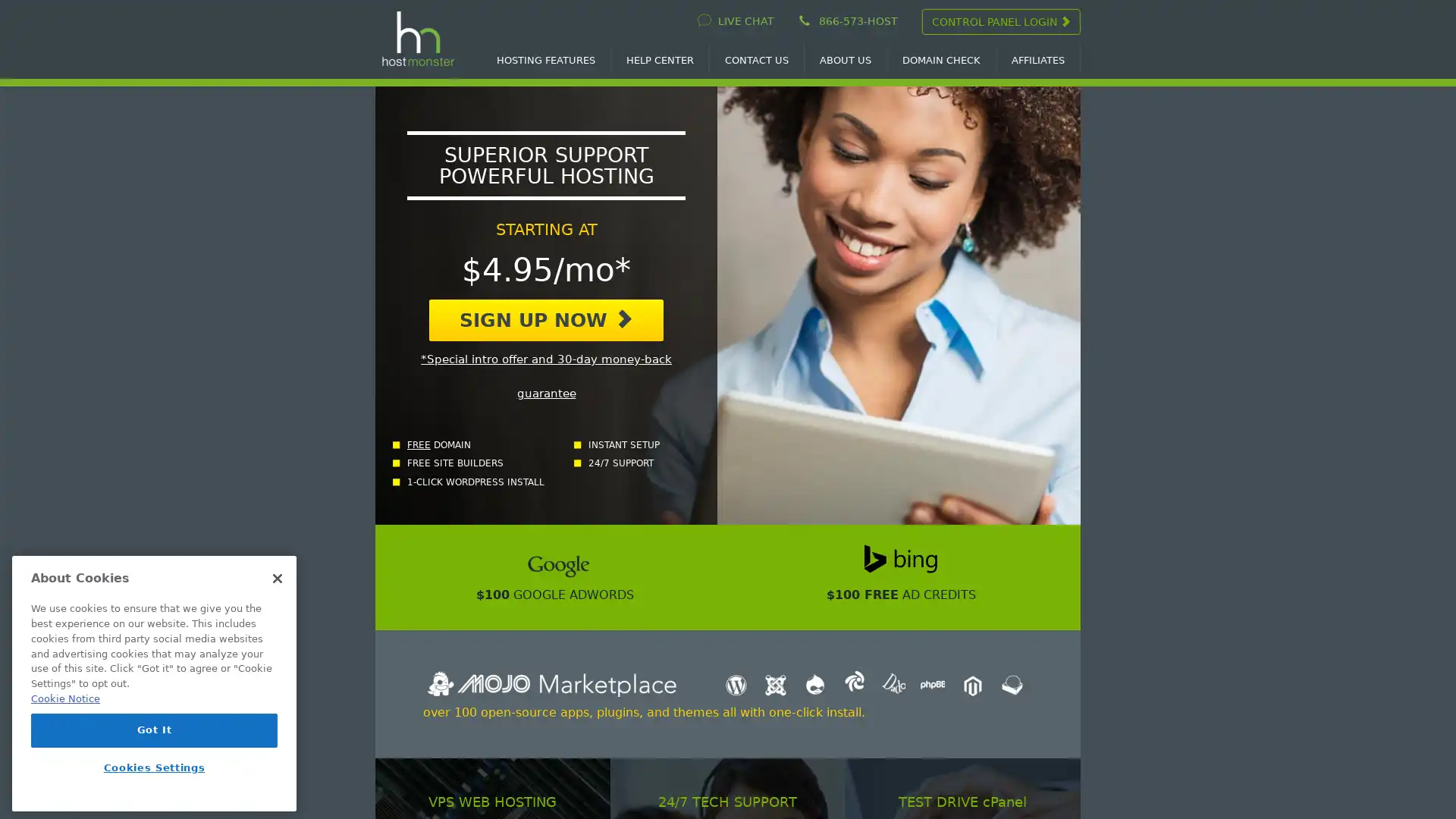 The image size is (1456, 819). Describe the element at coordinates (154, 767) in the screenshot. I see `Cookies Settings` at that location.